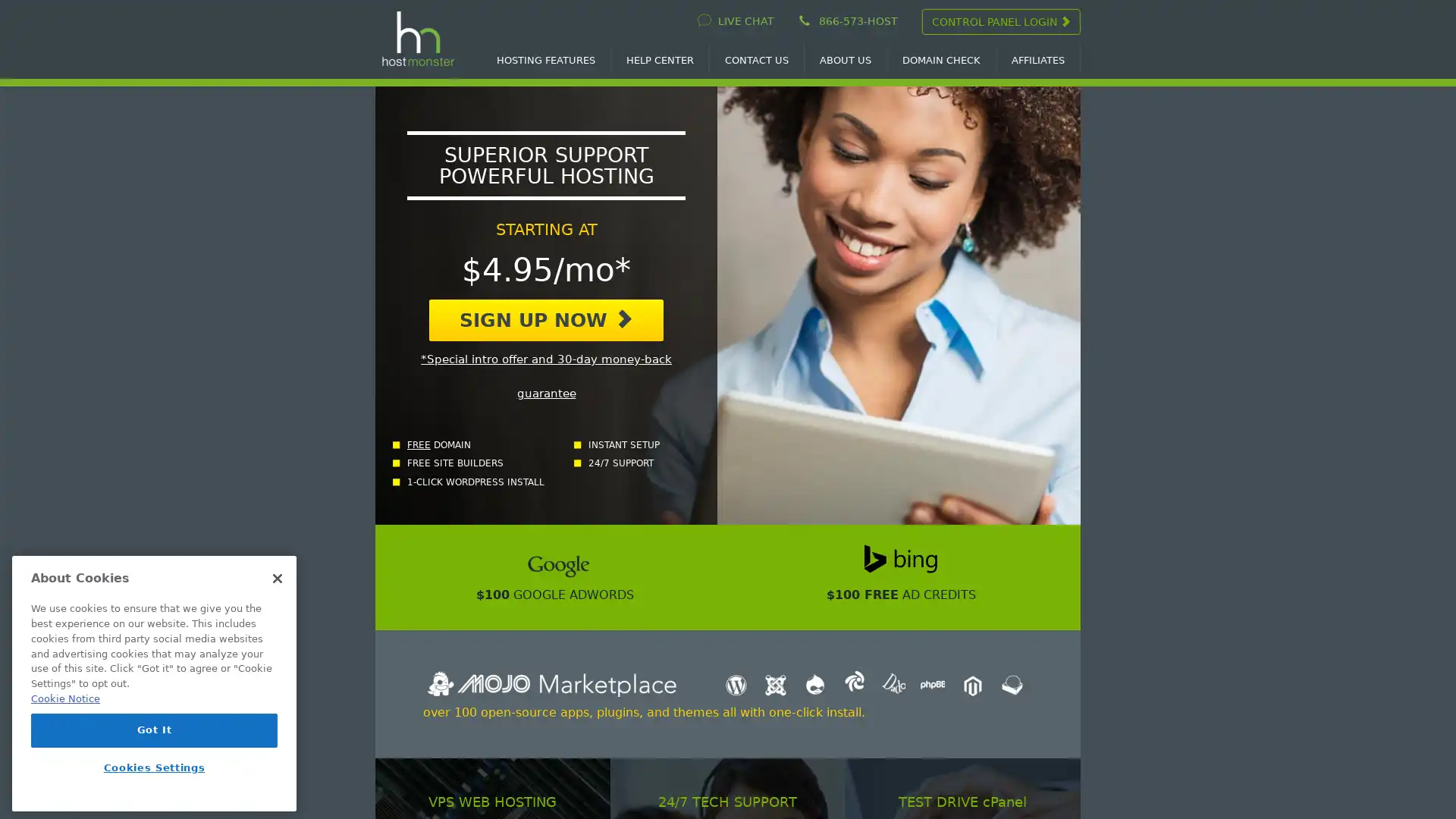 The image size is (1456, 819). Describe the element at coordinates (154, 767) in the screenshot. I see `Cookies Settings` at that location.